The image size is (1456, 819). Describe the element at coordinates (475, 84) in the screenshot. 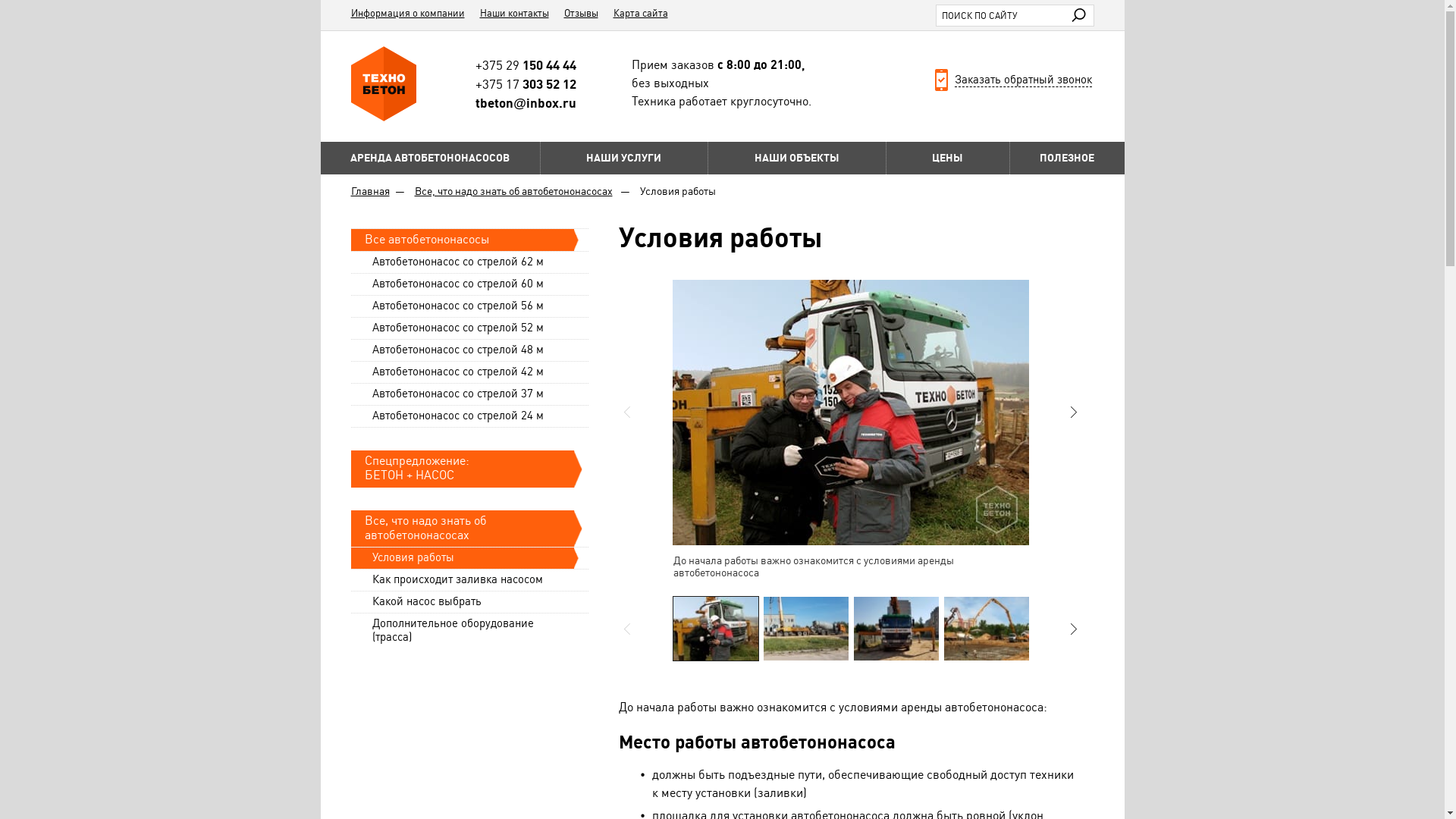

I see `'+375 17 303 52 12'` at that location.